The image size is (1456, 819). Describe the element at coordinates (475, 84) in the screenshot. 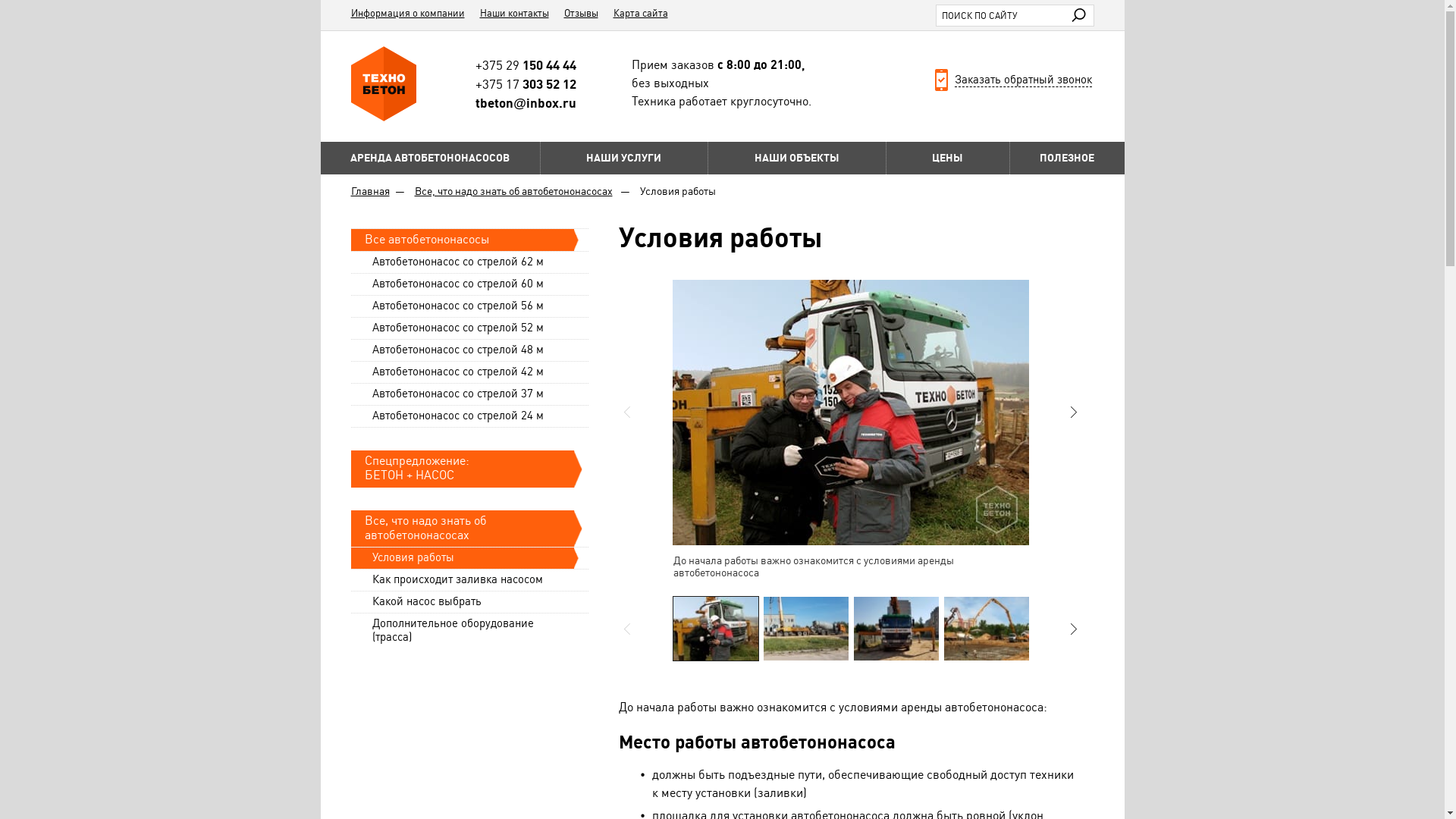

I see `'+375 17 303 52 12'` at that location.